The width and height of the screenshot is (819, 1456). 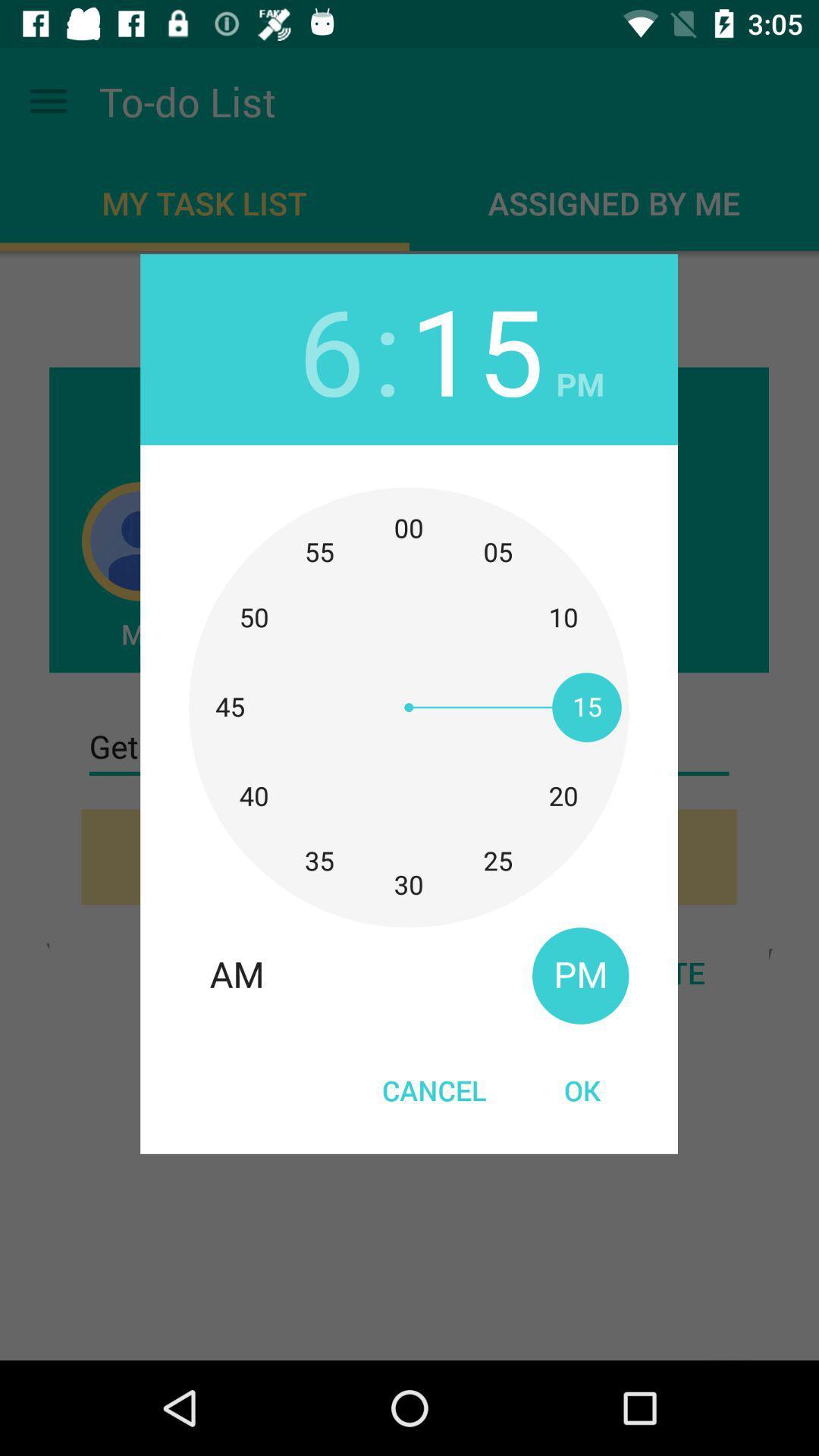 What do you see at coordinates (581, 1089) in the screenshot?
I see `the icon next to the cancel item` at bounding box center [581, 1089].